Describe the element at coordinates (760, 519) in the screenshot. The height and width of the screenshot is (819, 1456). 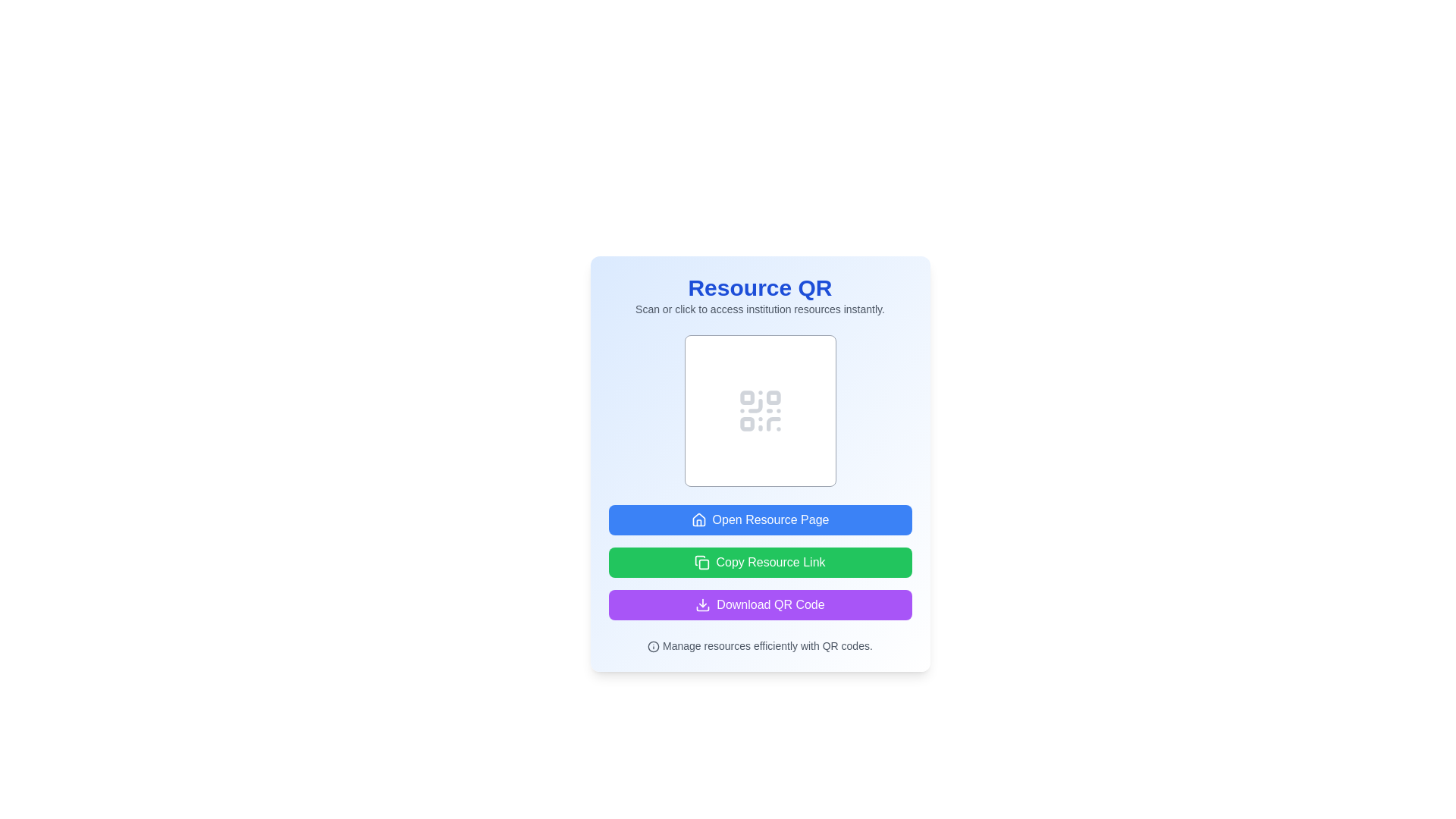
I see `the 'Open Resource Page' button, which is a blue button with rounded corners located at the top of the button list` at that location.